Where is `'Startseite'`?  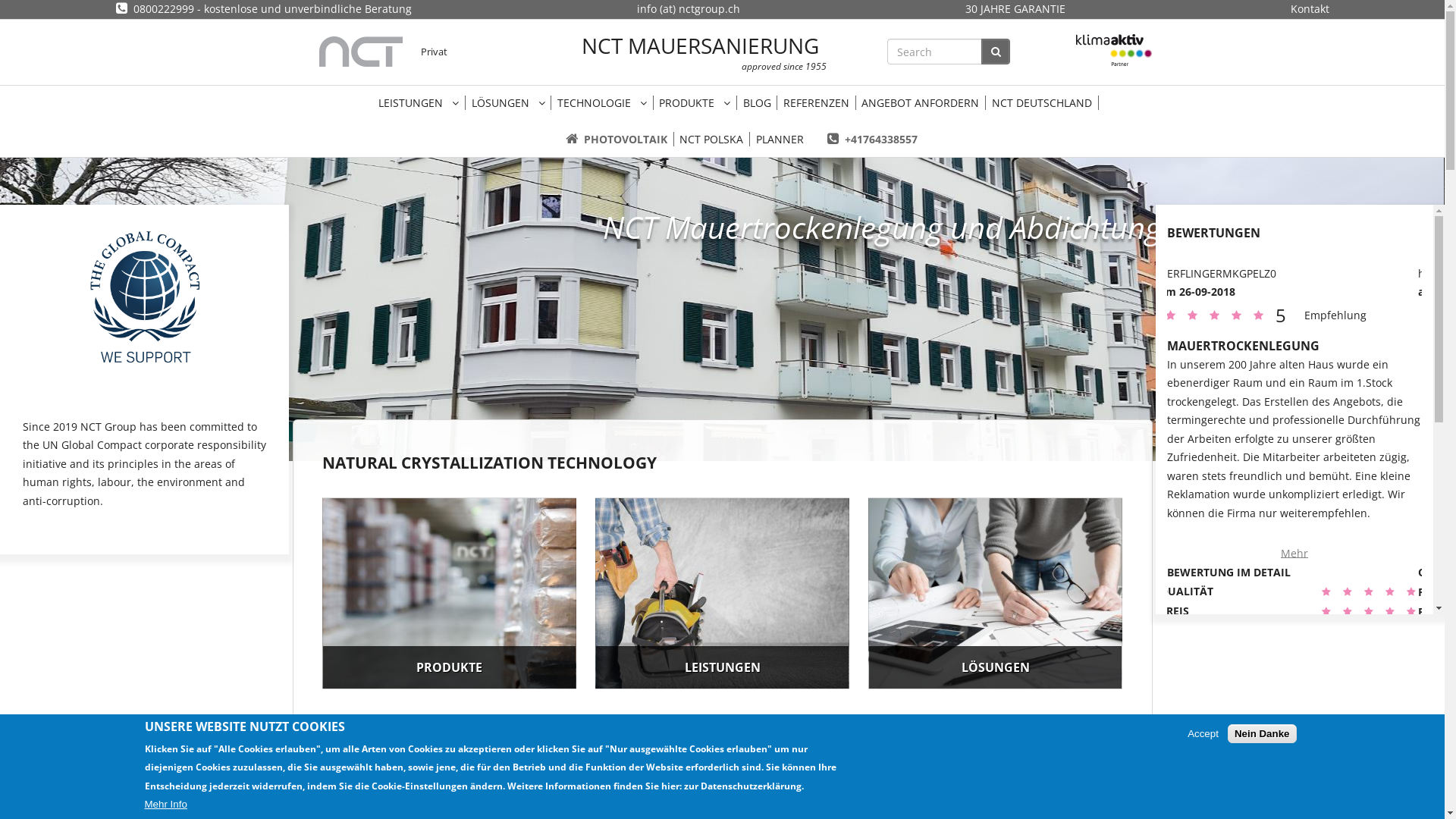
'Startseite' is located at coordinates (359, 51).